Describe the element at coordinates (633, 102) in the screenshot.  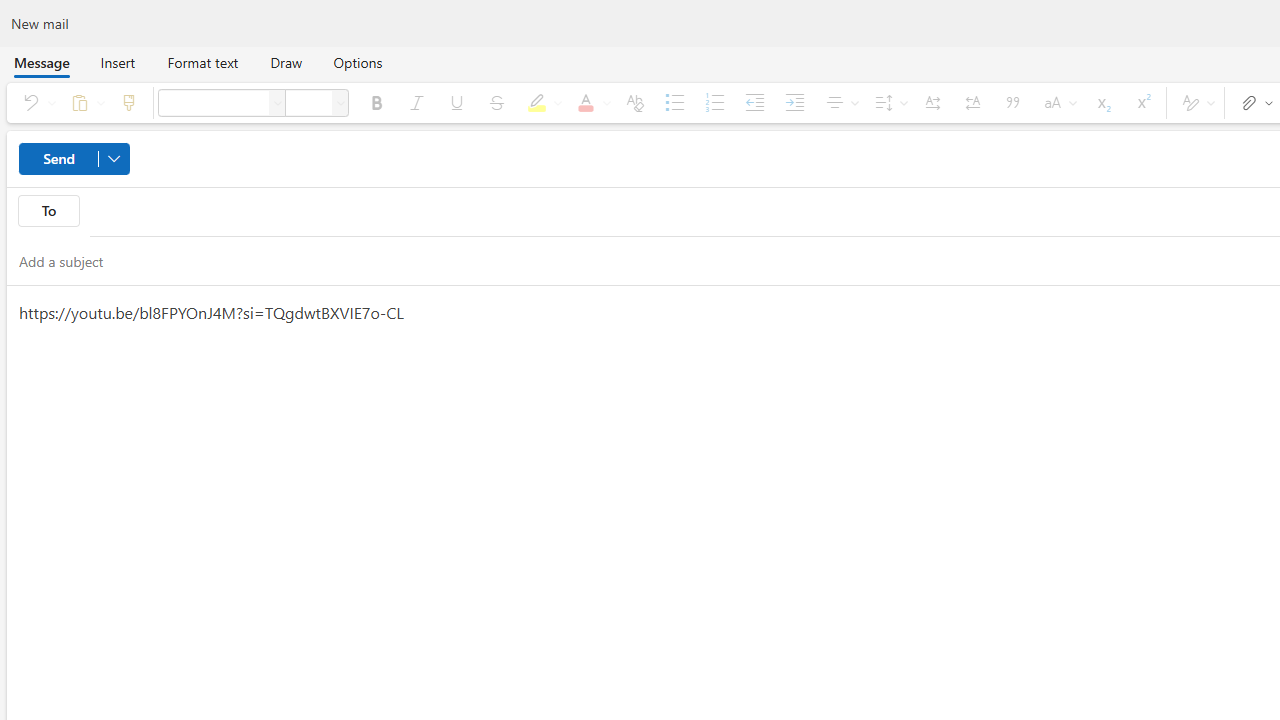
I see `'Clear formatting'` at that location.